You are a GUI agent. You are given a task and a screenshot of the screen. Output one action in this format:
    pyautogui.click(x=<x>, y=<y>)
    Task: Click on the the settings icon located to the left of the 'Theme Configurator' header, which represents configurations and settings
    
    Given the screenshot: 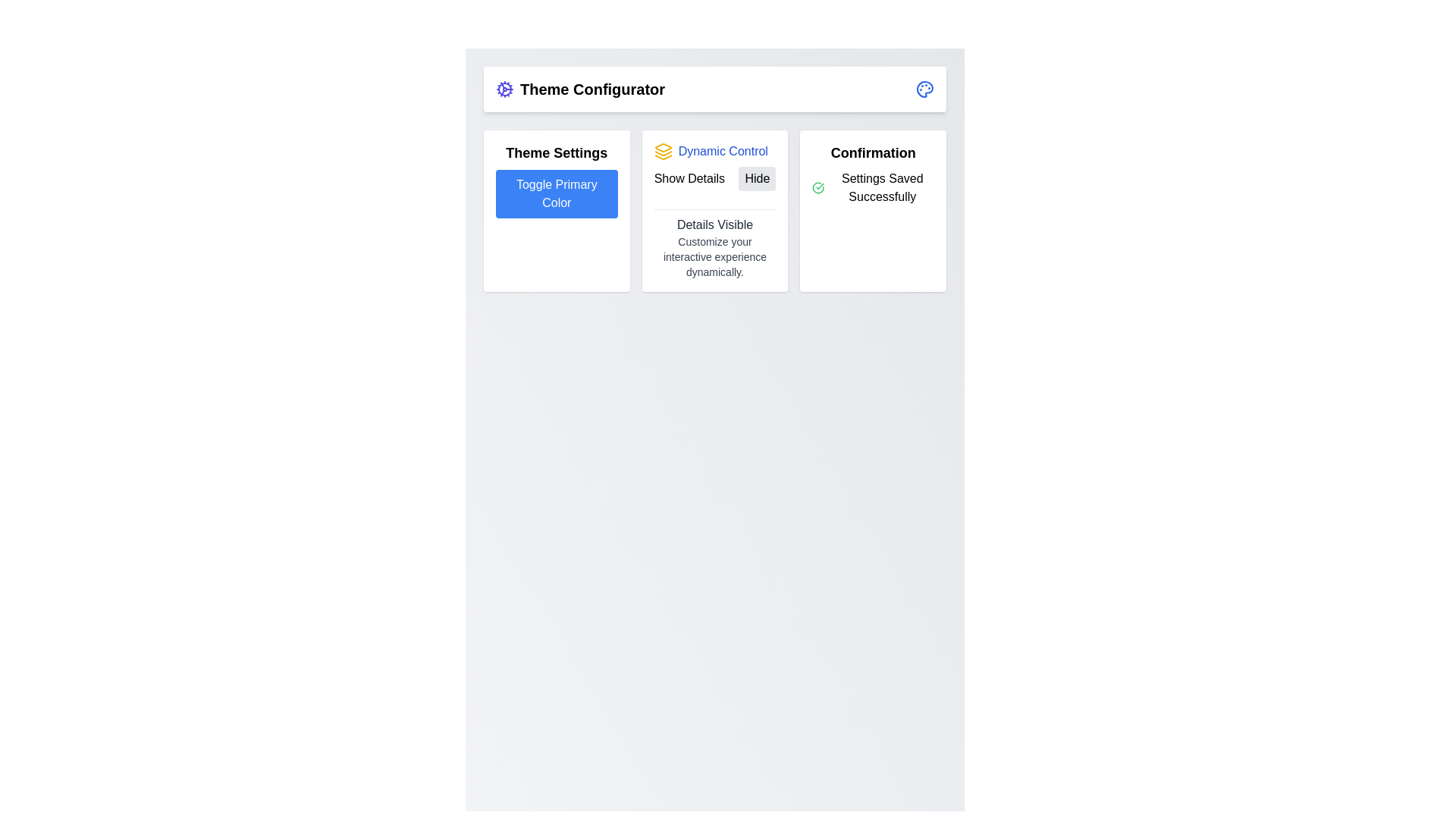 What is the action you would take?
    pyautogui.click(x=505, y=89)
    